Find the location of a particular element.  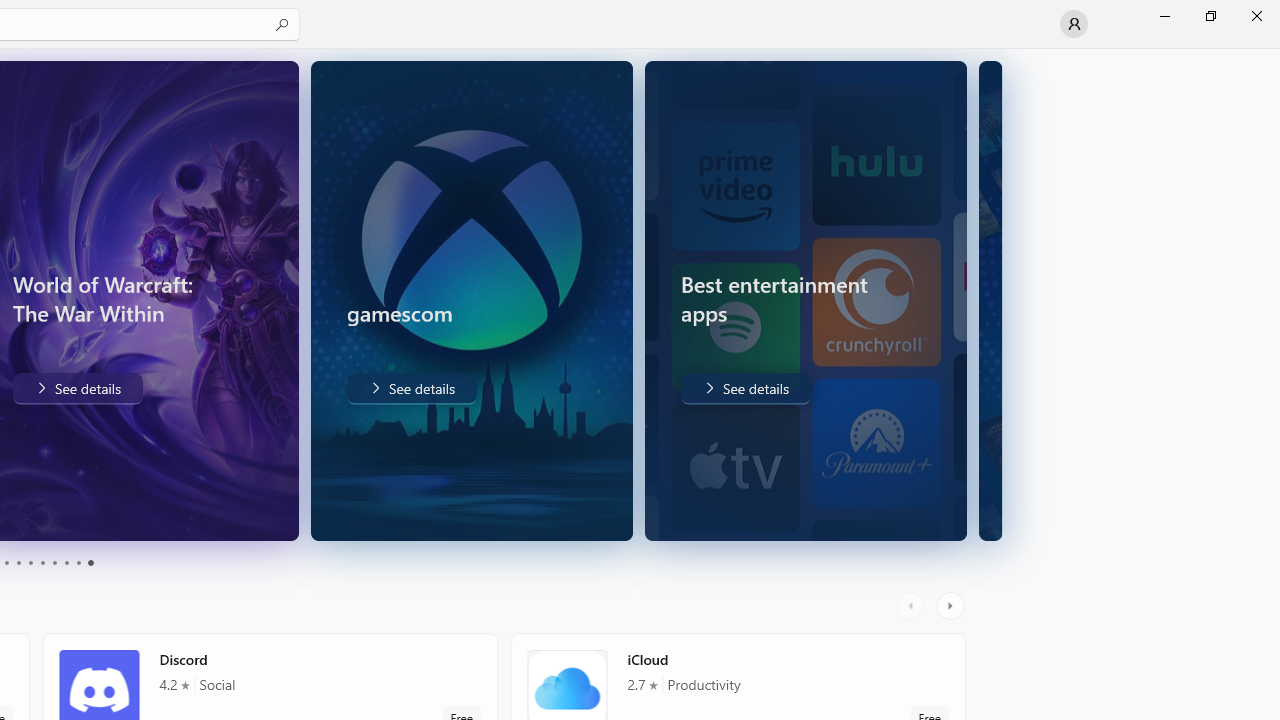

'Page 6' is located at coordinates (42, 563).